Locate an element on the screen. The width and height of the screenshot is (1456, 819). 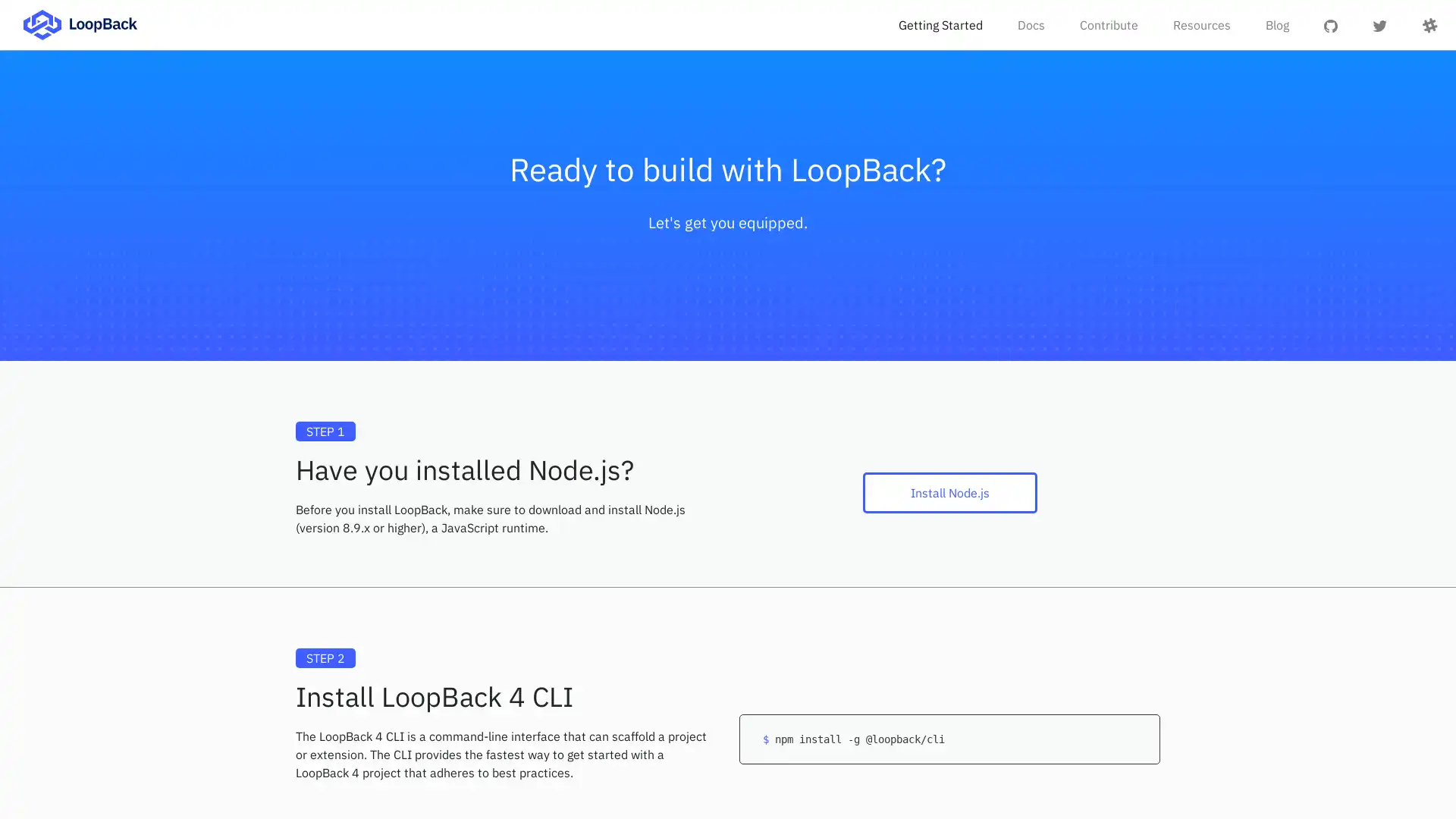
Install Node.js is located at coordinates (949, 493).